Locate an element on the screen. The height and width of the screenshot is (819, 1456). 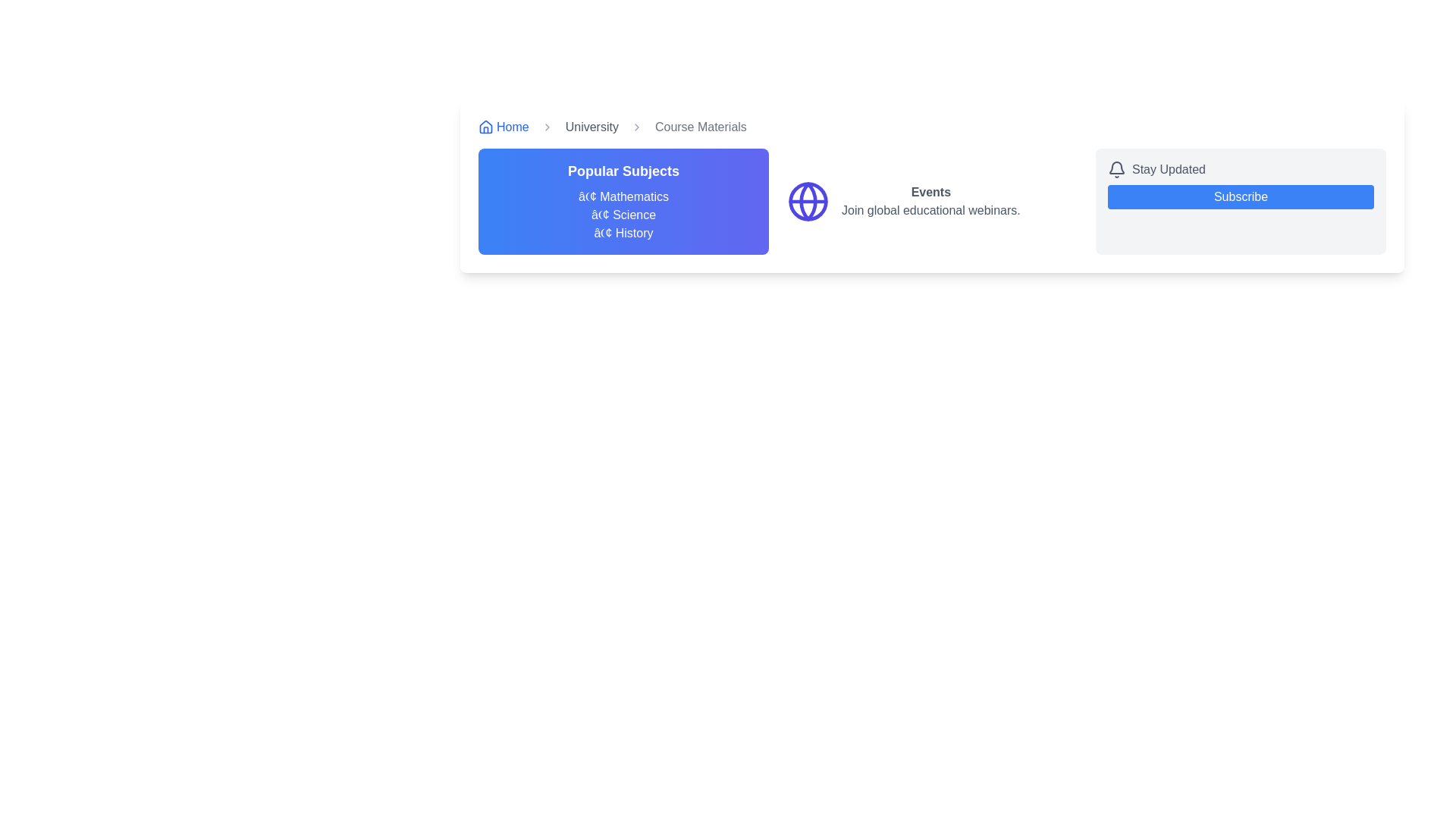
the static text label that indicates the subject category 'Science', which is the second item in a vertical list under 'Popular Subjects' is located at coordinates (623, 215).